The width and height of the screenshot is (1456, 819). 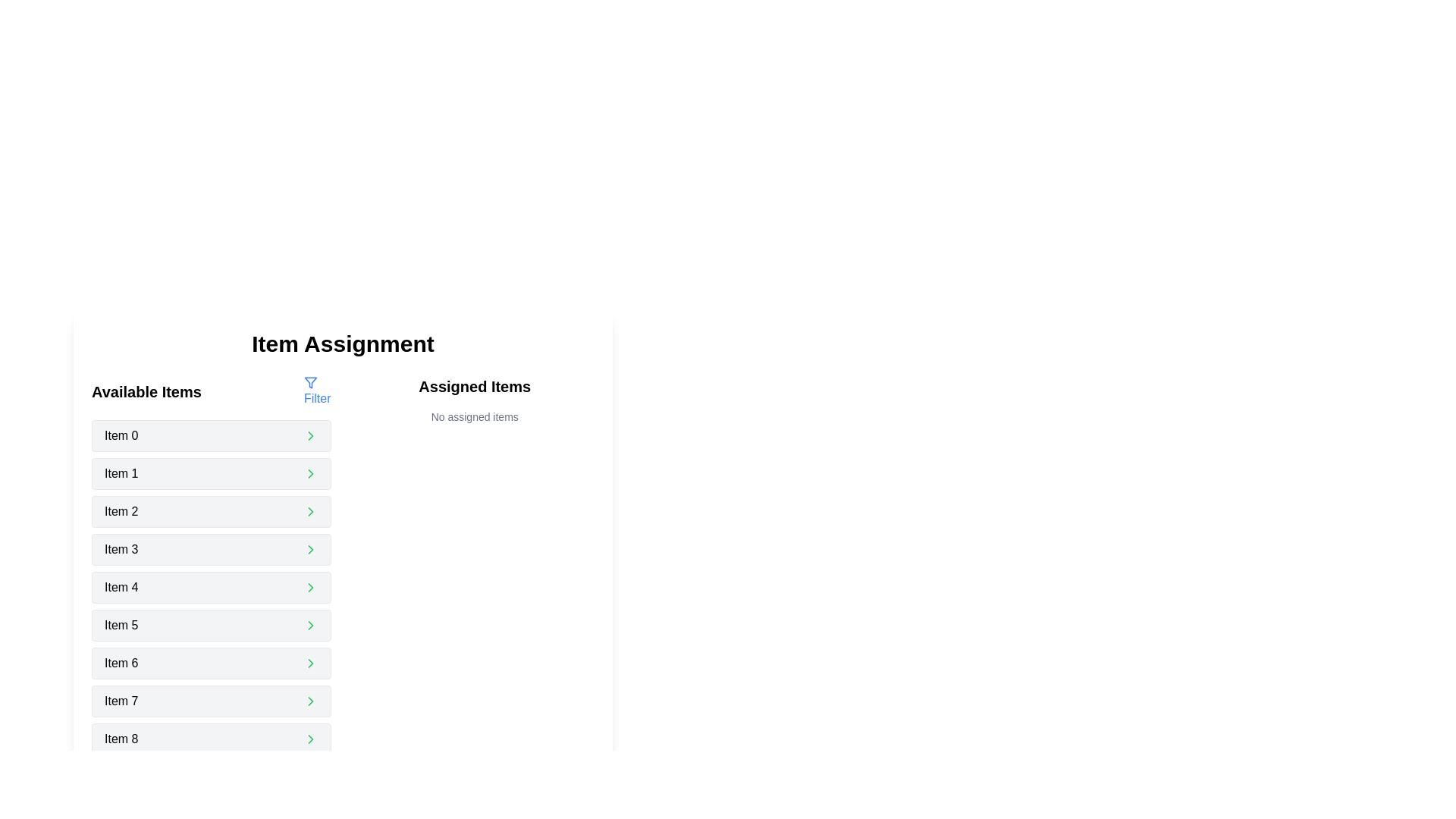 What do you see at coordinates (210, 701) in the screenshot?
I see `the eighth list item labeled 'Item 7'` at bounding box center [210, 701].